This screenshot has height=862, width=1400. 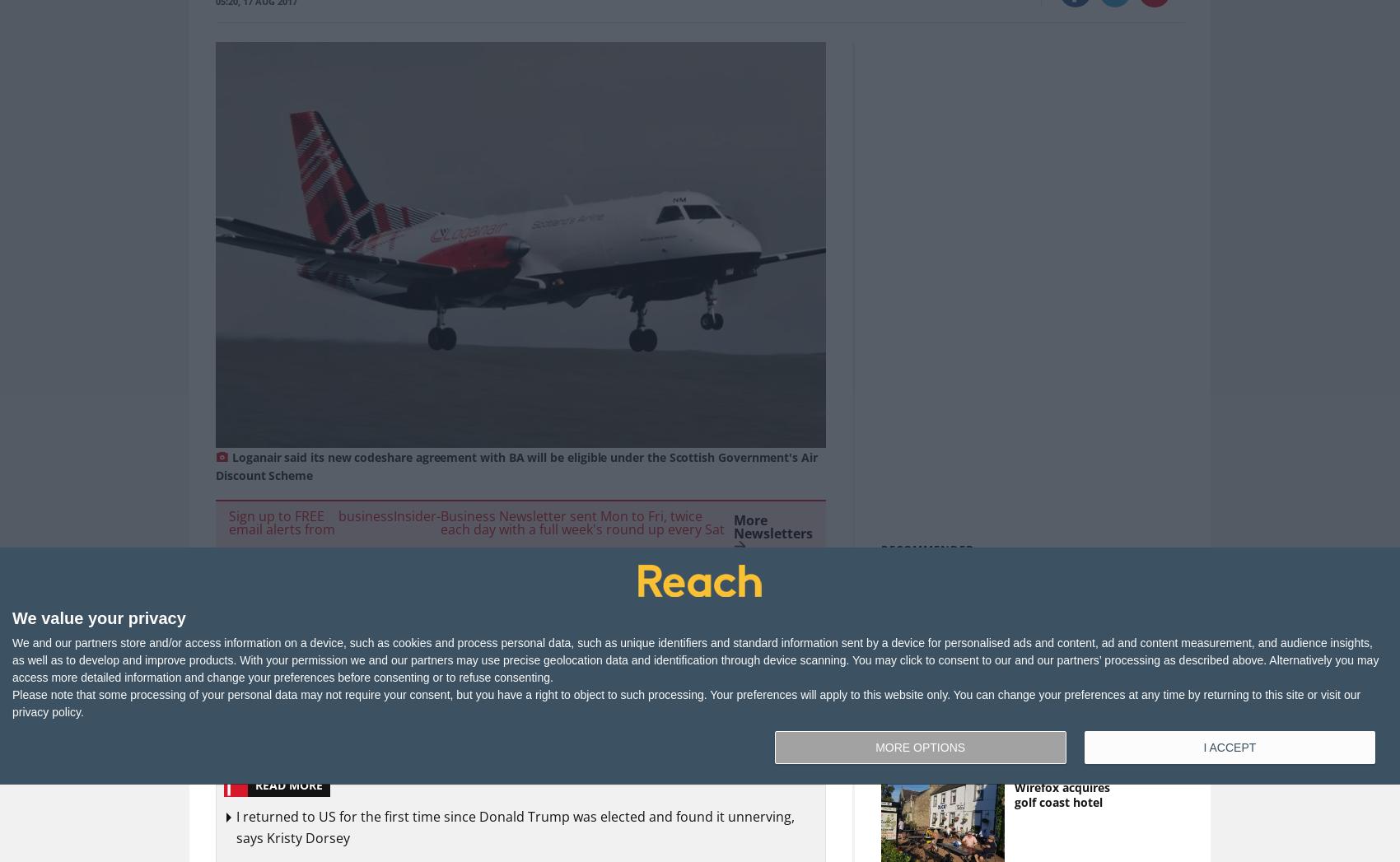 What do you see at coordinates (760, 577) in the screenshot?
I see `'Subscribe'` at bounding box center [760, 577].